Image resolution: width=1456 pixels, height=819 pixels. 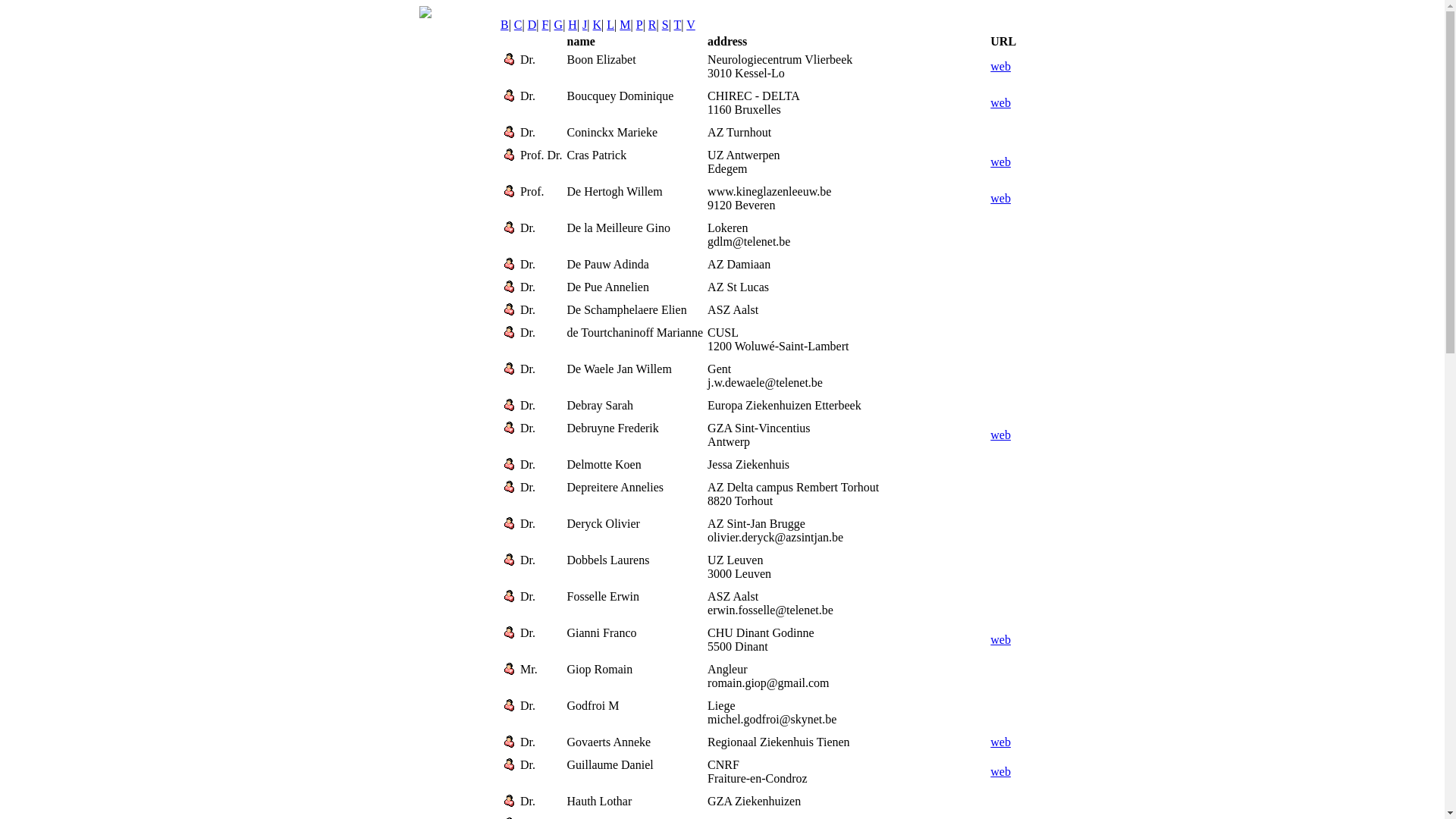 I want to click on 'S', so click(x=665, y=24).